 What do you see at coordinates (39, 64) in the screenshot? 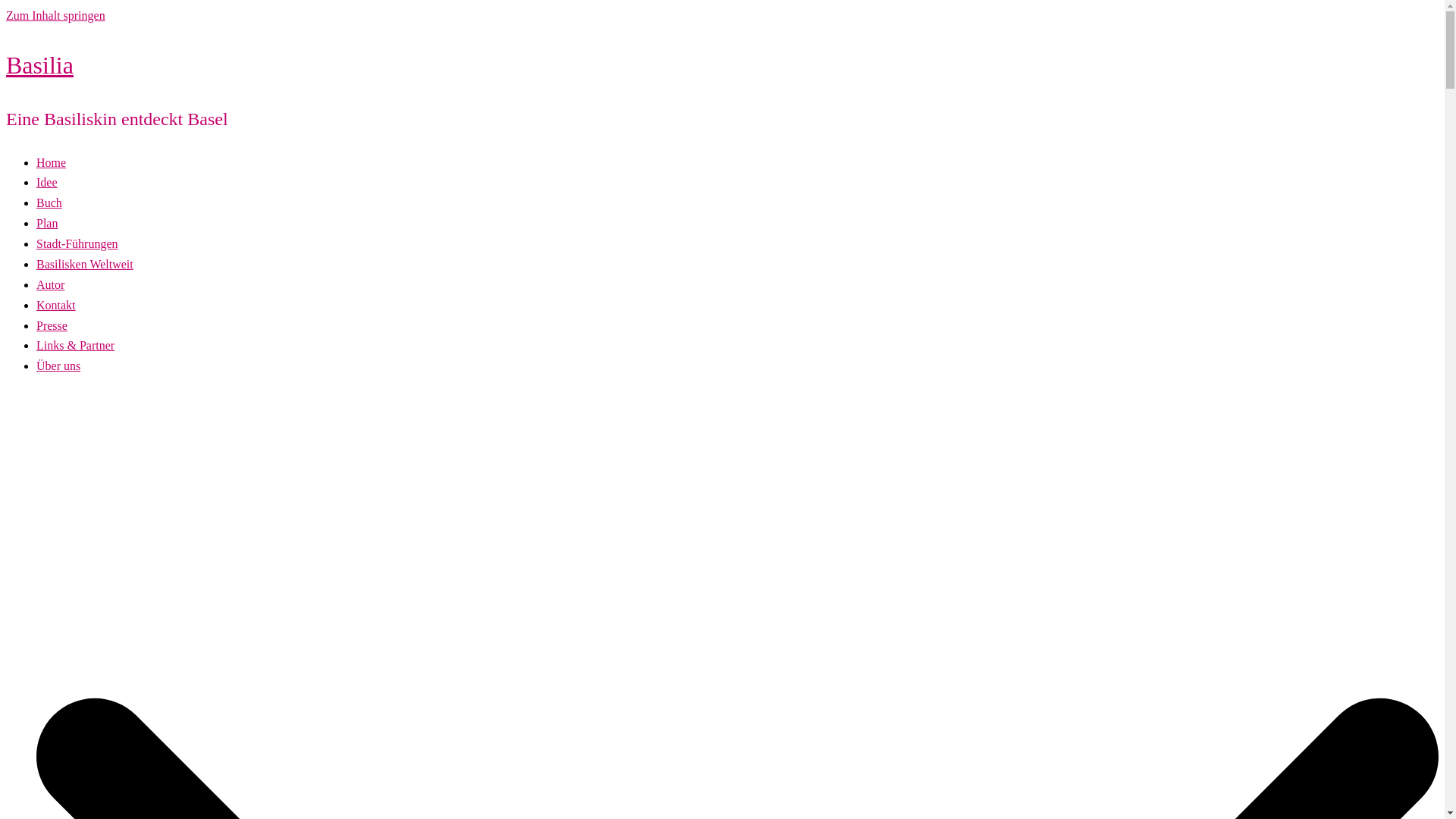
I see `'Basilia'` at bounding box center [39, 64].